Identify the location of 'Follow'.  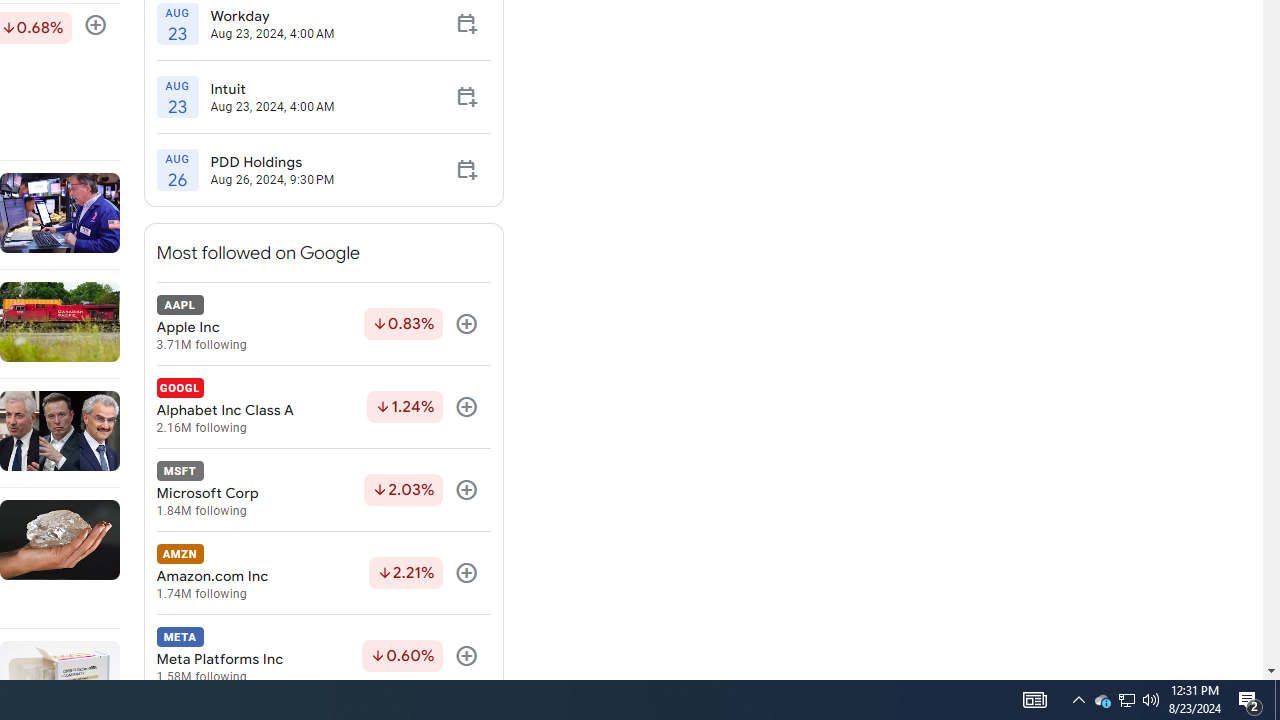
(465, 657).